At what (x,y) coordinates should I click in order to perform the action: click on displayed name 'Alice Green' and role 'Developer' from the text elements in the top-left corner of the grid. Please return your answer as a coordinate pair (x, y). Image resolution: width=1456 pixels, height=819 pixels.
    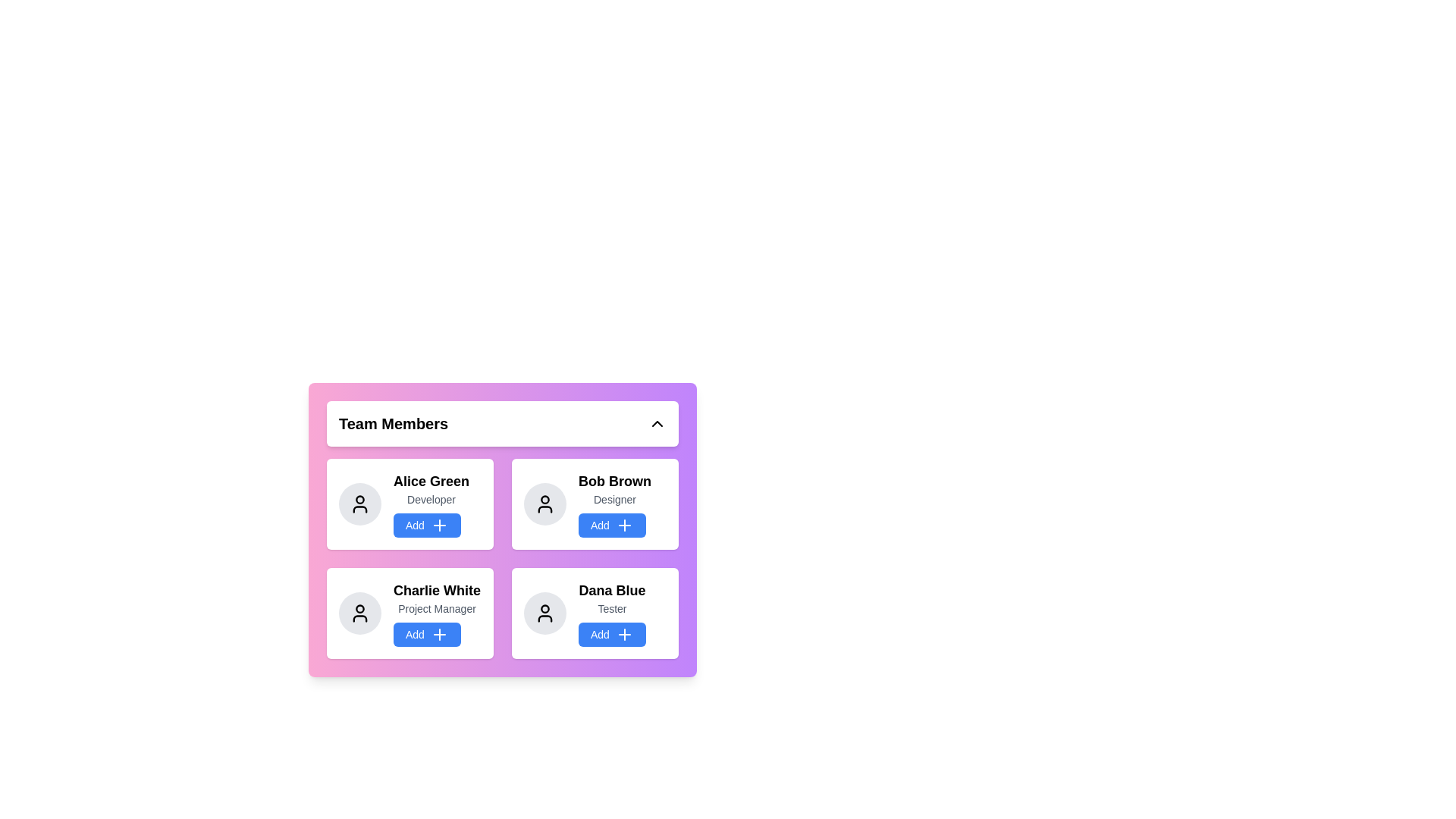
    Looking at the image, I should click on (431, 504).